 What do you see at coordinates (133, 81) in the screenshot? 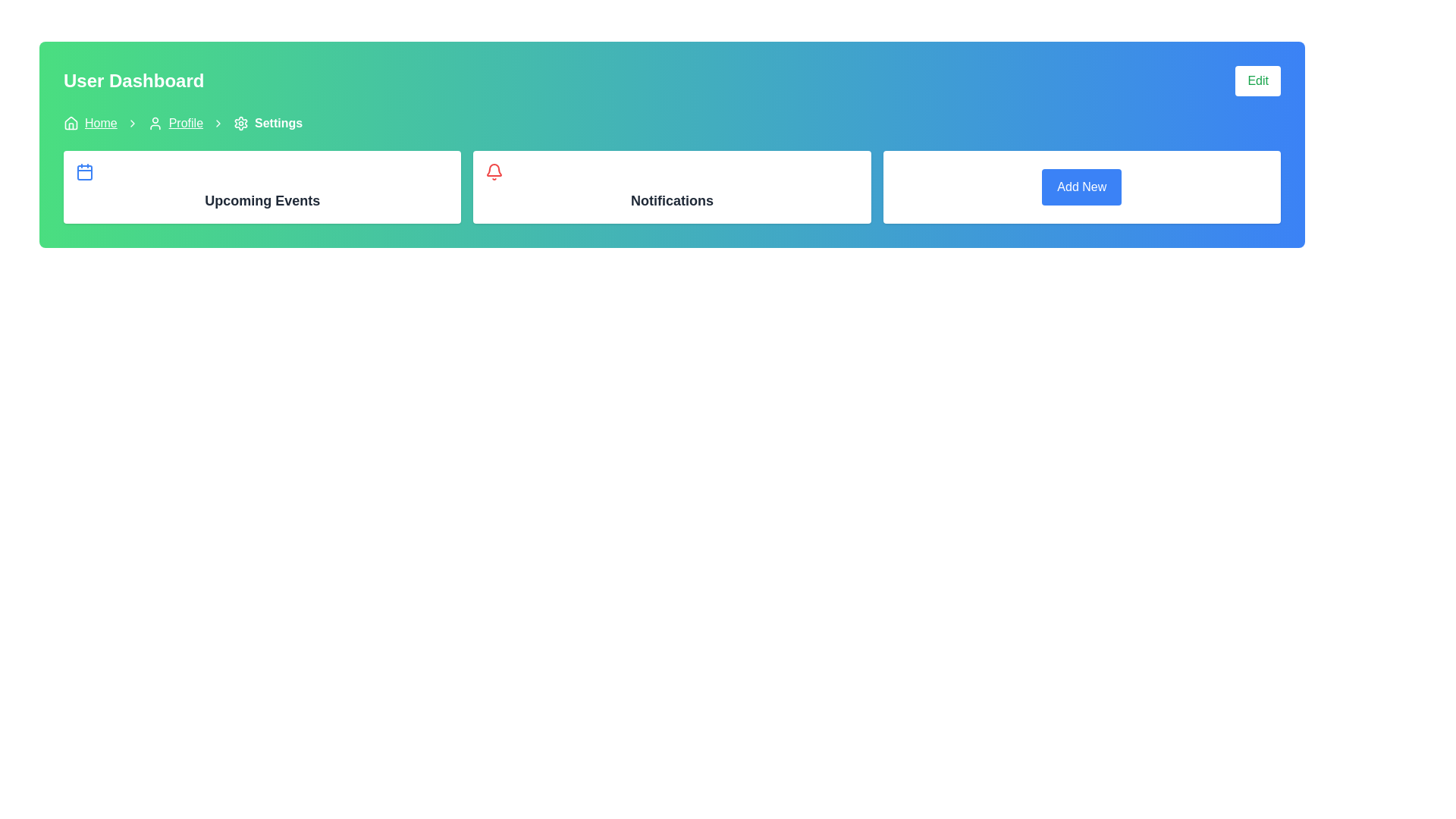
I see `the 'User Dashboard' text, which is styled in bold white font on a green-to-blue gradient background` at bounding box center [133, 81].